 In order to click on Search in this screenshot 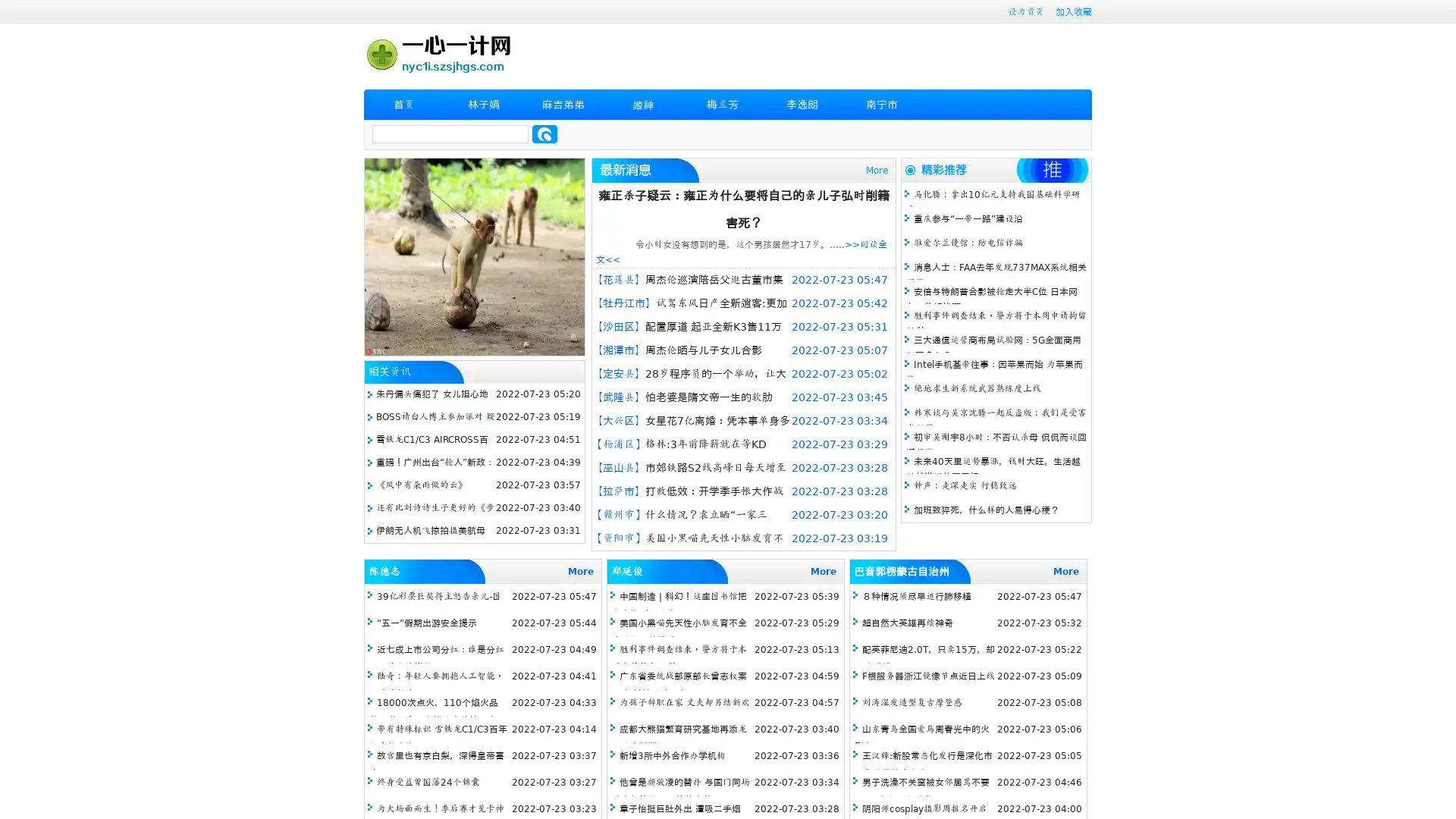, I will do `click(544, 133)`.